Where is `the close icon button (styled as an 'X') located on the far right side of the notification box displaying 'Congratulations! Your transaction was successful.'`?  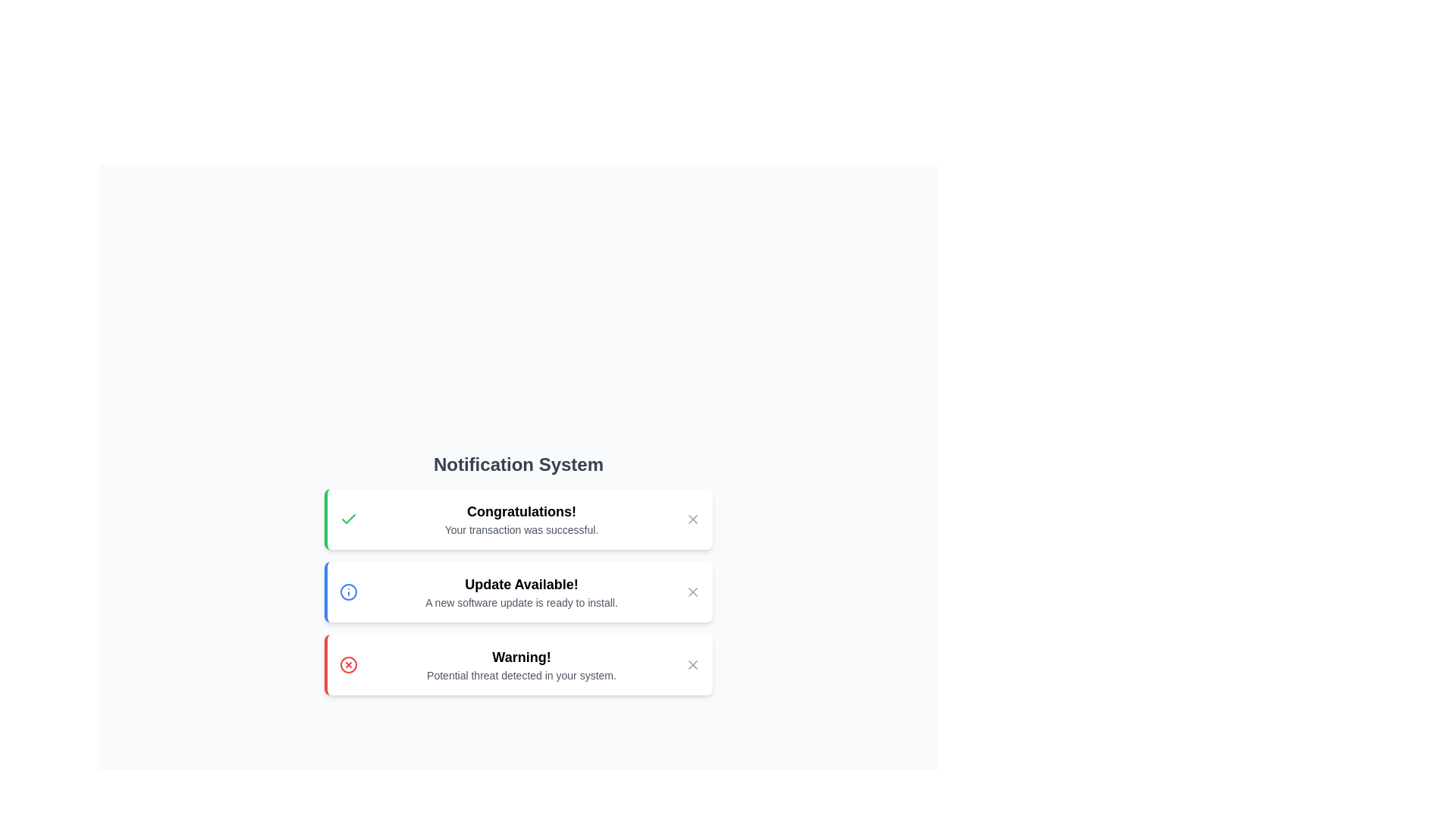 the close icon button (styled as an 'X') located on the far right side of the notification box displaying 'Congratulations! Your transaction was successful.' is located at coordinates (692, 519).